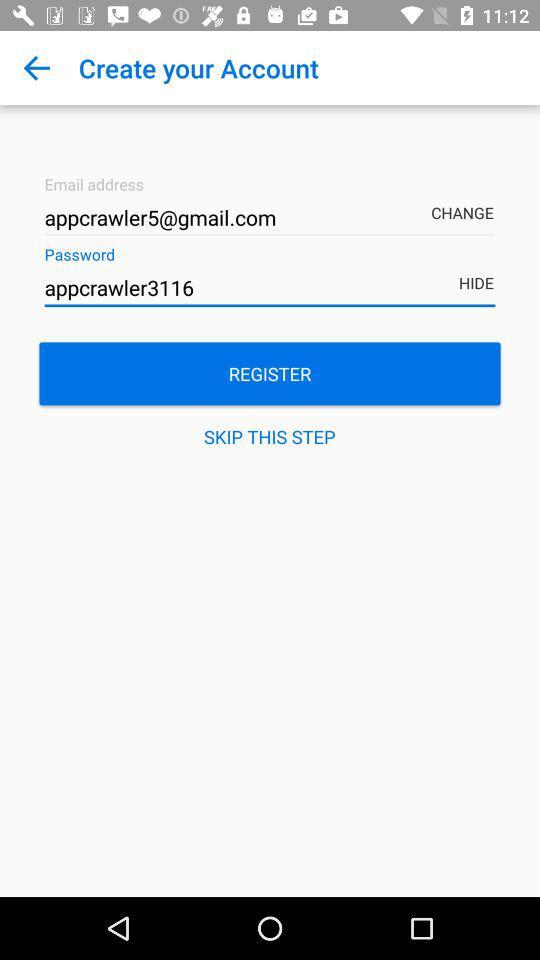  Describe the element at coordinates (270, 287) in the screenshot. I see `the icon above the register item` at that location.